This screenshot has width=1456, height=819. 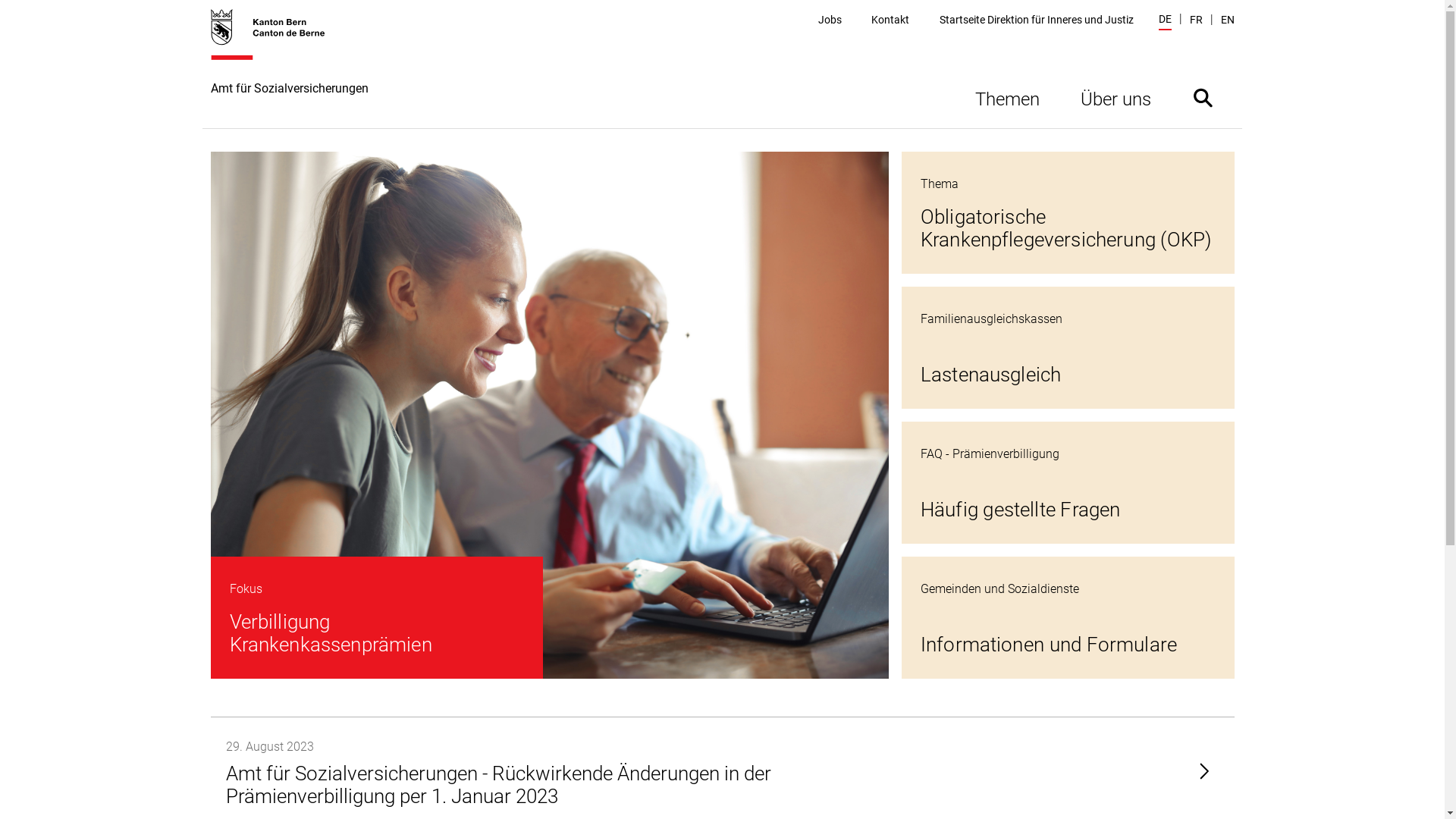 I want to click on 'DE', so click(x=1164, y=20).